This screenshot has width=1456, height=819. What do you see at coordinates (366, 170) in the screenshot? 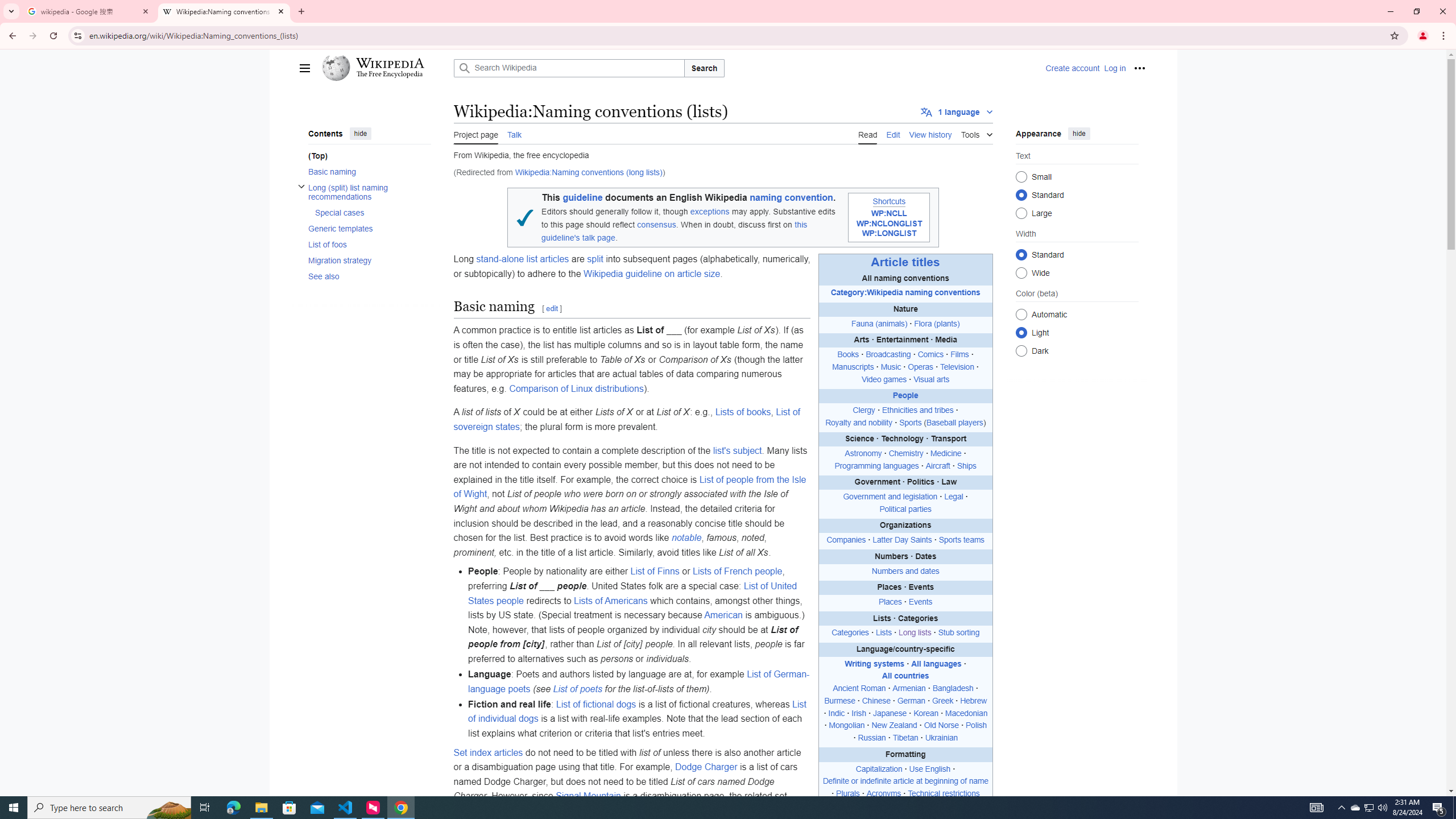
I see `'AutomationID: toc-Basic_naming'` at bounding box center [366, 170].